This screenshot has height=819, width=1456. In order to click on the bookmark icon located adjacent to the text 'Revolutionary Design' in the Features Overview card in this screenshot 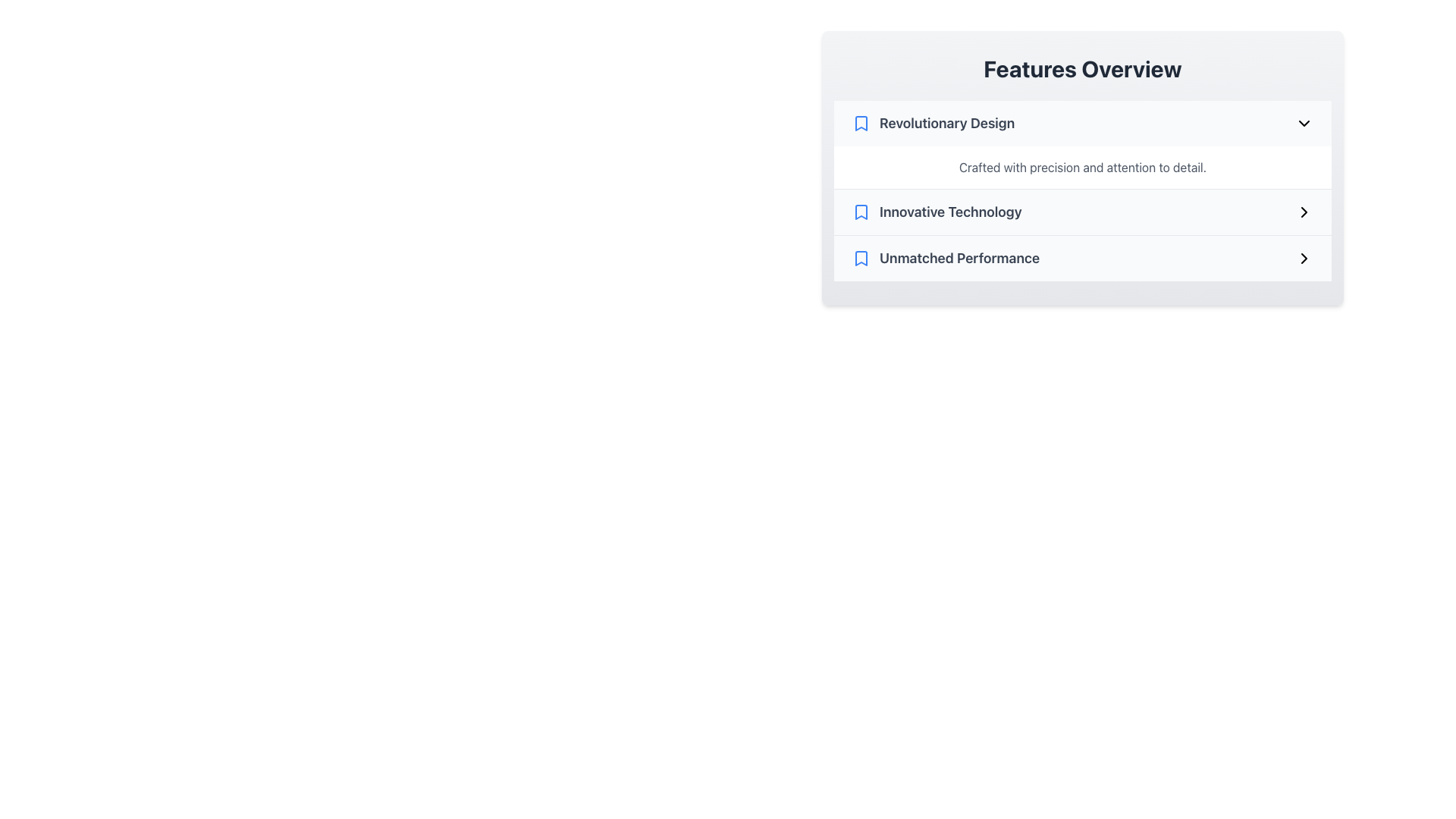, I will do `click(861, 122)`.